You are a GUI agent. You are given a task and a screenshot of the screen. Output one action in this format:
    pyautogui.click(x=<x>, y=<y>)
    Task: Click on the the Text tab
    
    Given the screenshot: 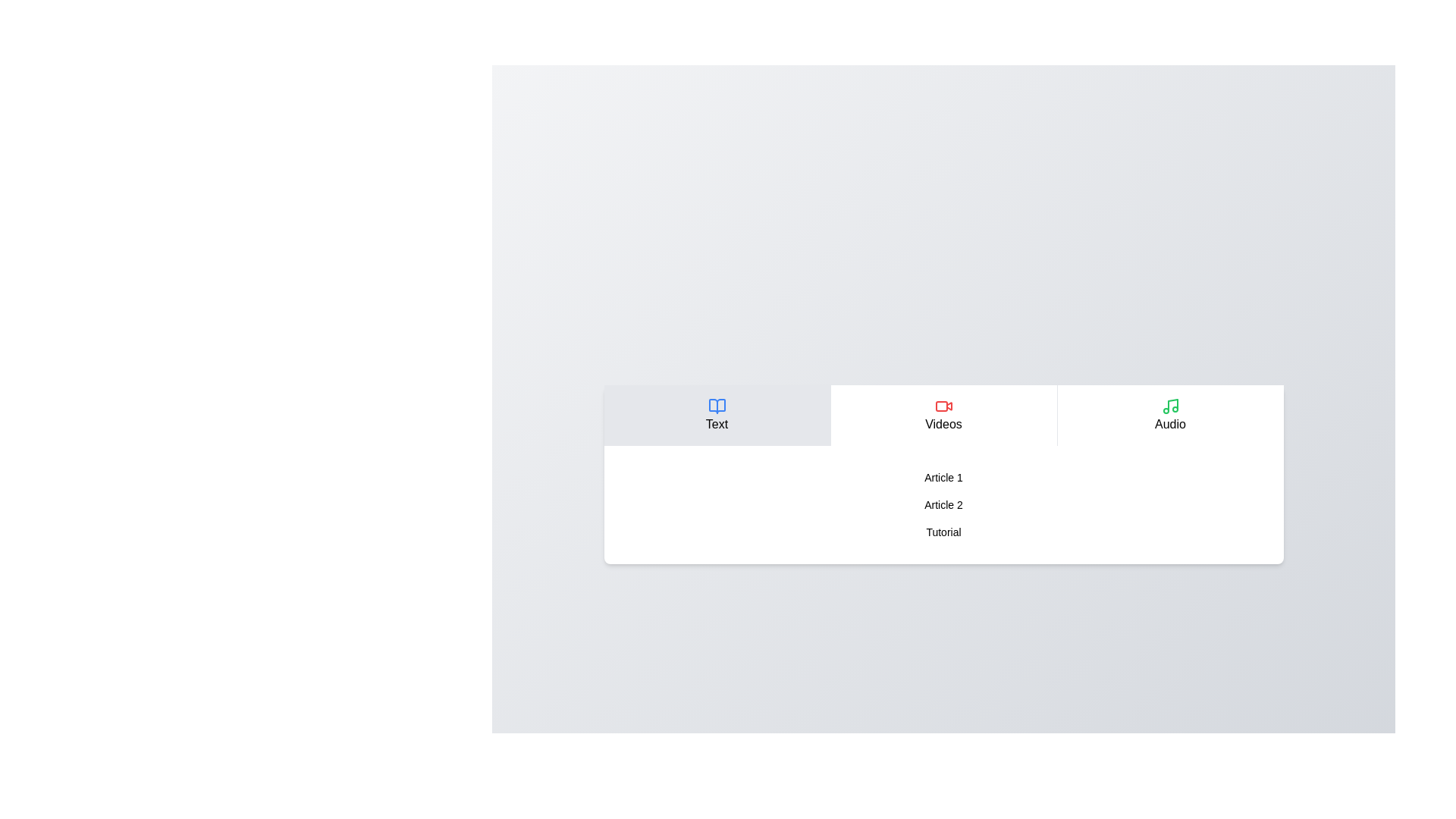 What is the action you would take?
    pyautogui.click(x=716, y=415)
    